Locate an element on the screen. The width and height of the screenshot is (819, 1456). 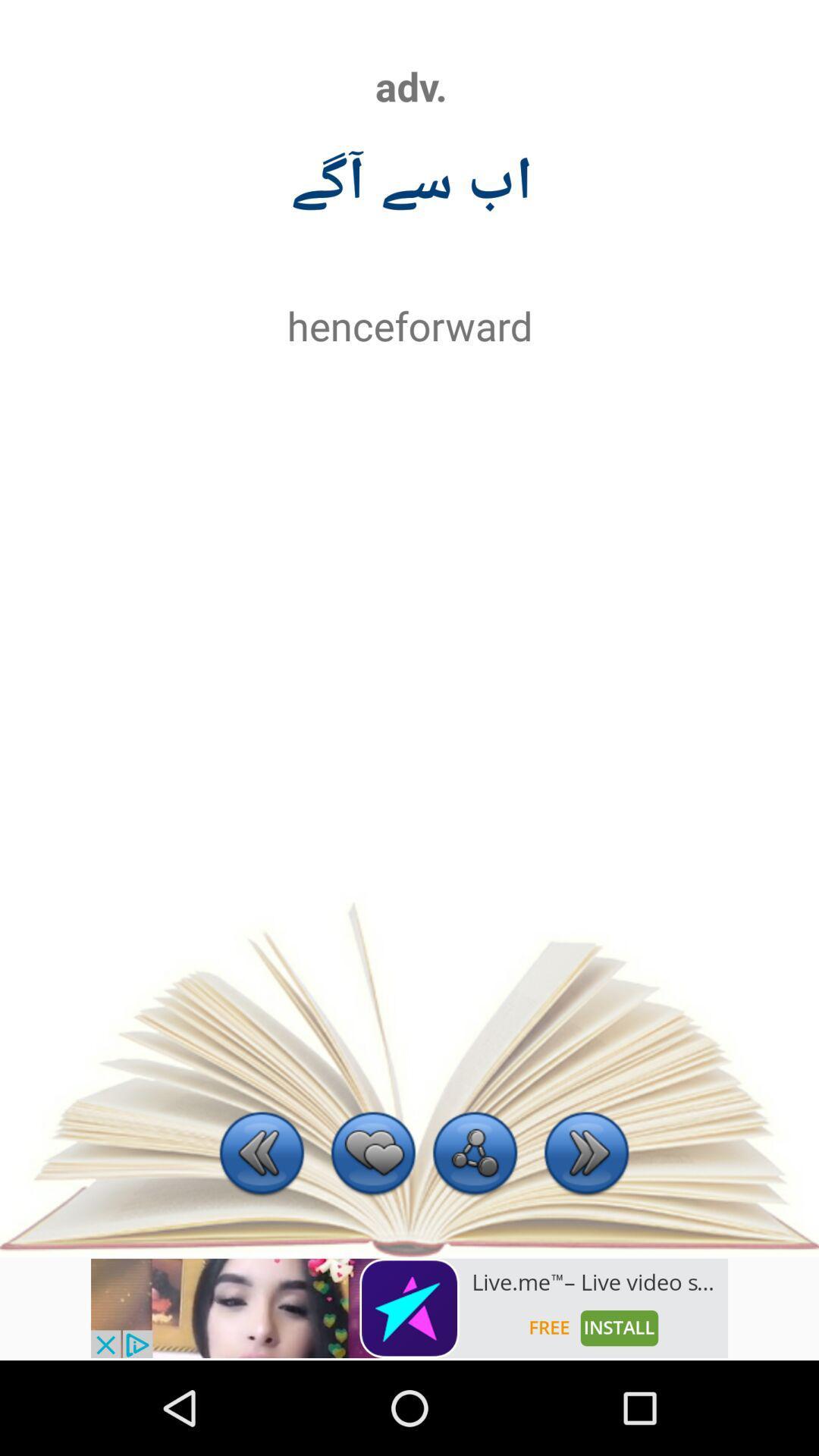
to favourites is located at coordinates (373, 1154).